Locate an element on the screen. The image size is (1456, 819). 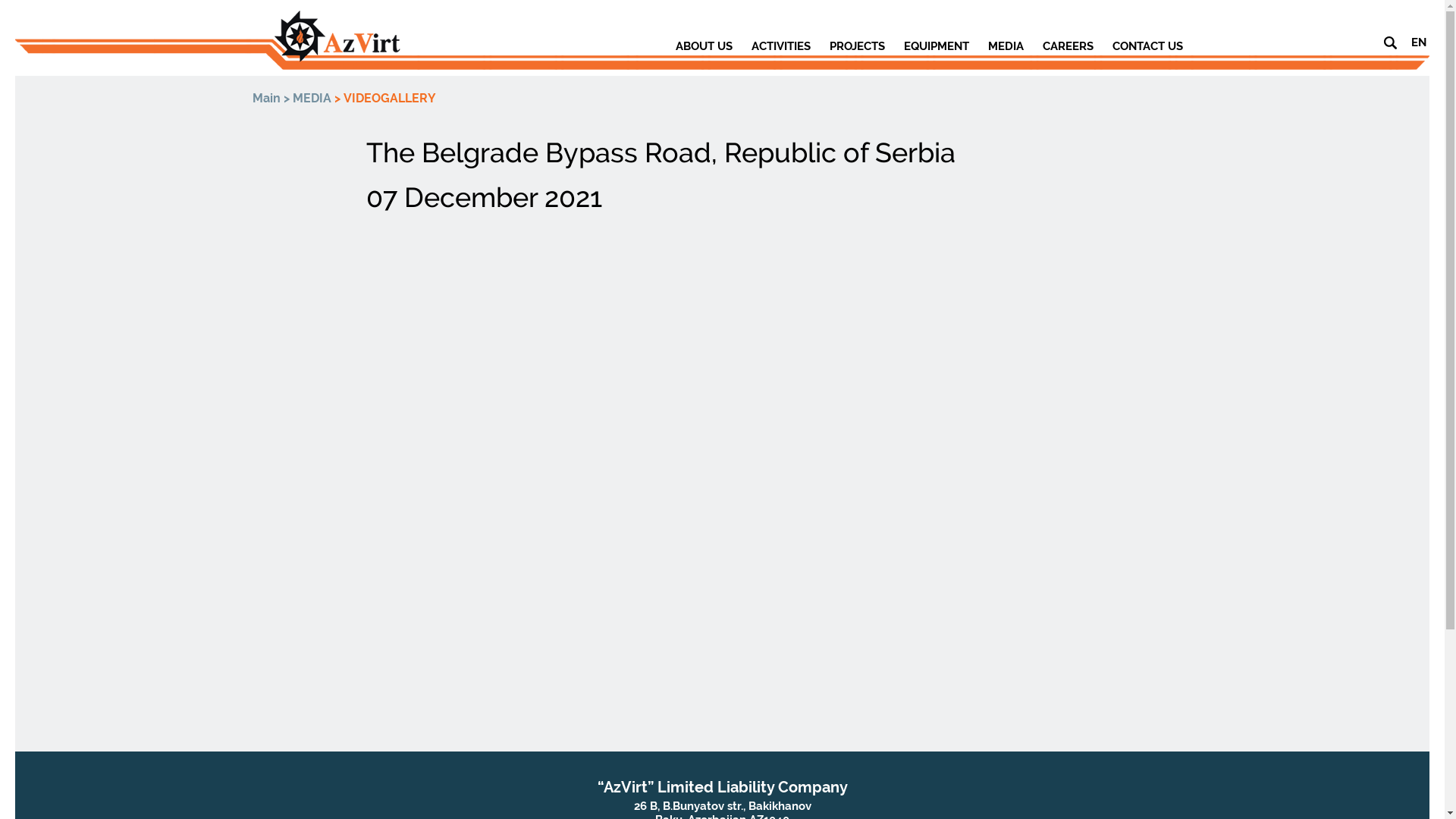
'ABOUT US' is located at coordinates (702, 45).